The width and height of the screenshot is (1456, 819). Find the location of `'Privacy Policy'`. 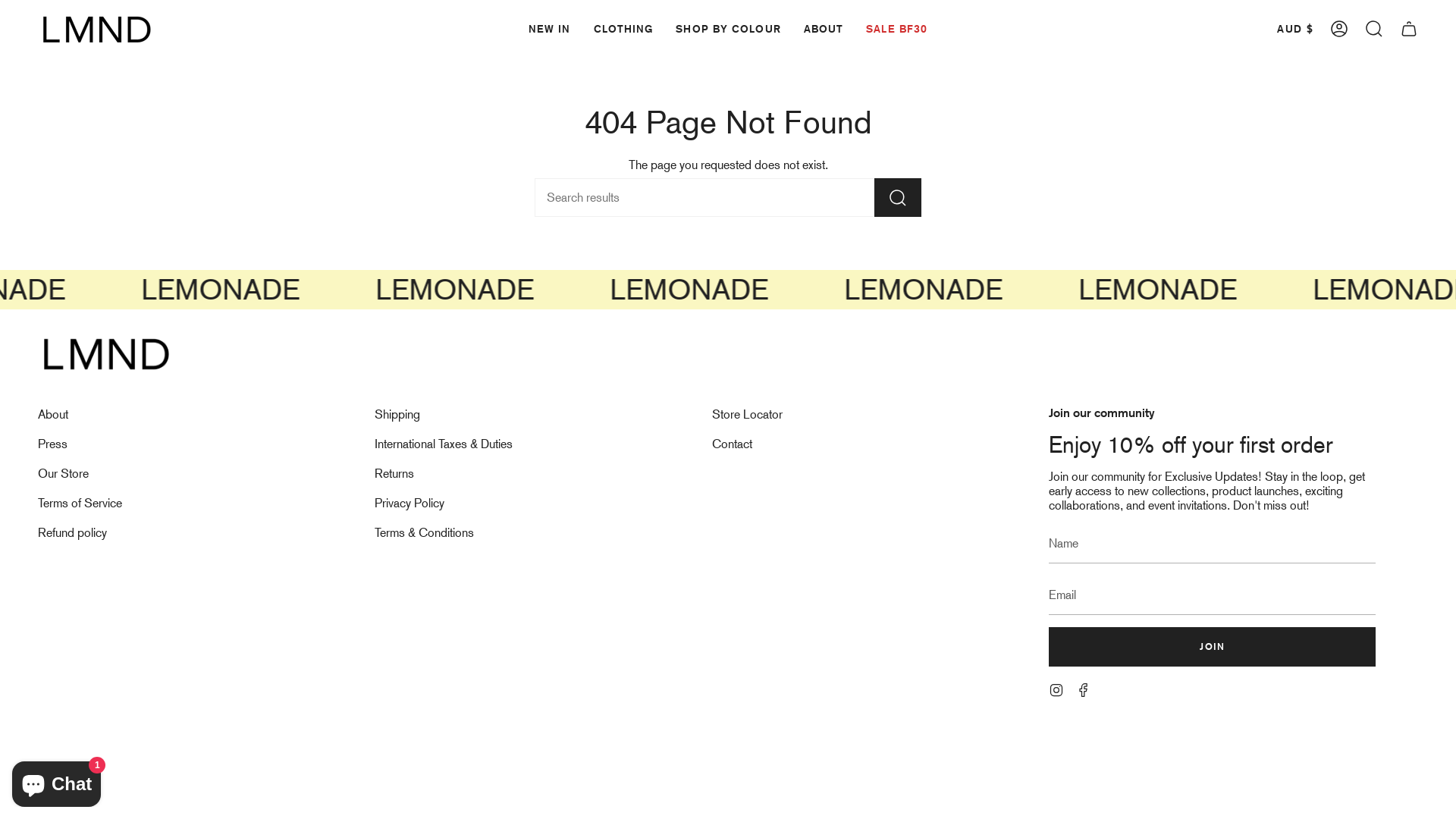

'Privacy Policy' is located at coordinates (409, 503).